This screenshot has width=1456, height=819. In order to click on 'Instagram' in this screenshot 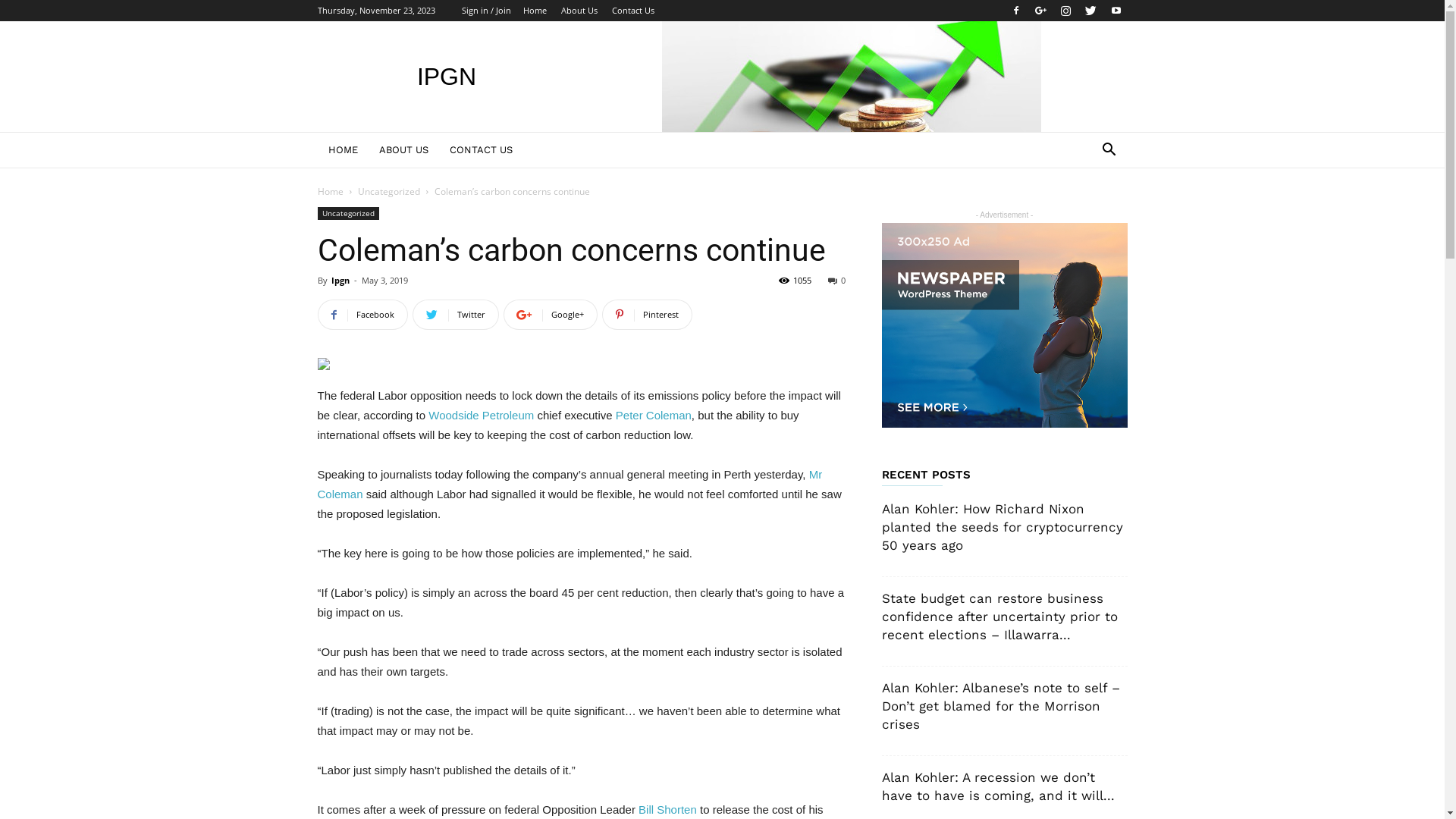, I will do `click(1065, 11)`.